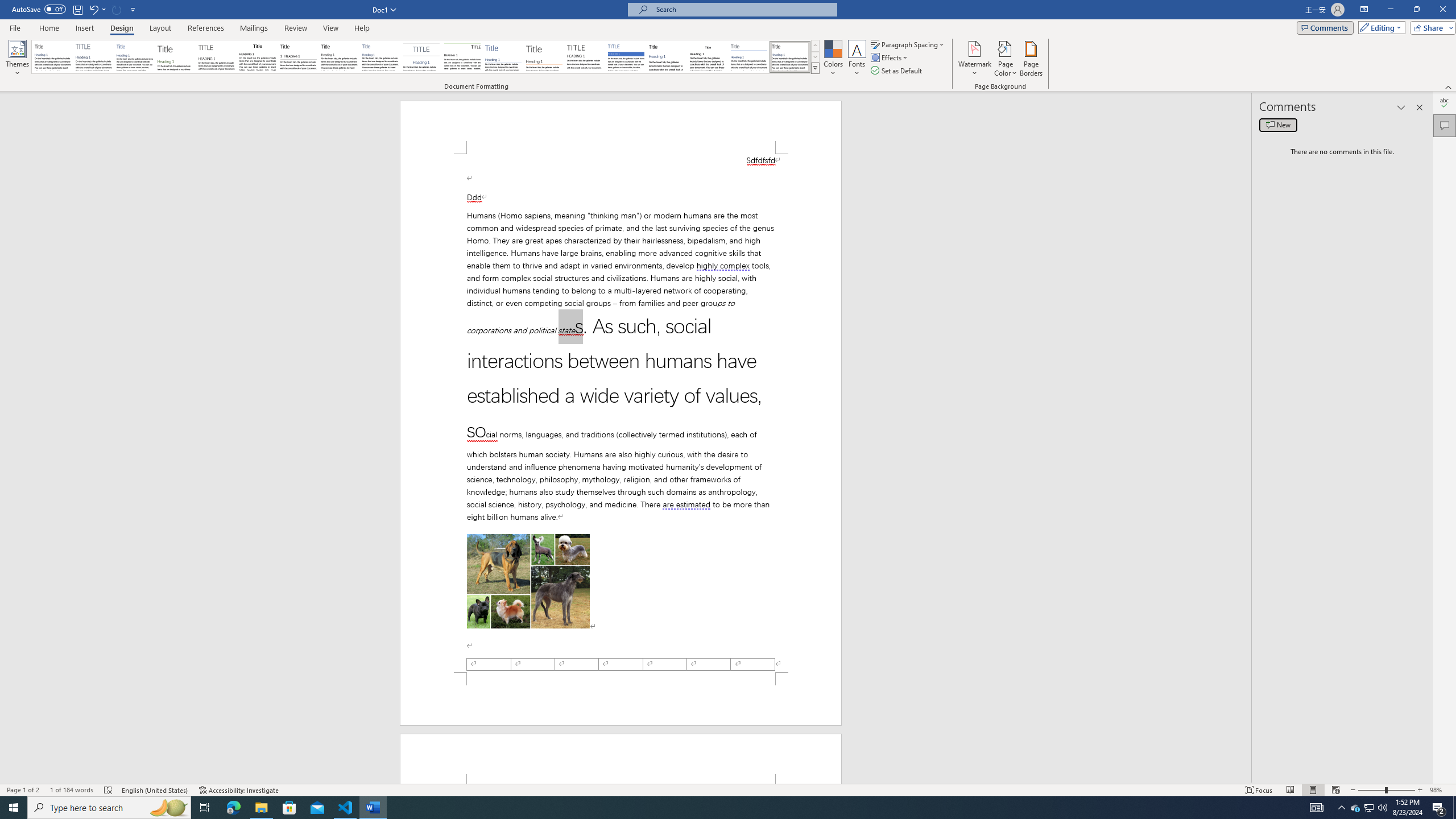 The width and height of the screenshot is (1456, 819). I want to click on 'Word 2010', so click(748, 56).